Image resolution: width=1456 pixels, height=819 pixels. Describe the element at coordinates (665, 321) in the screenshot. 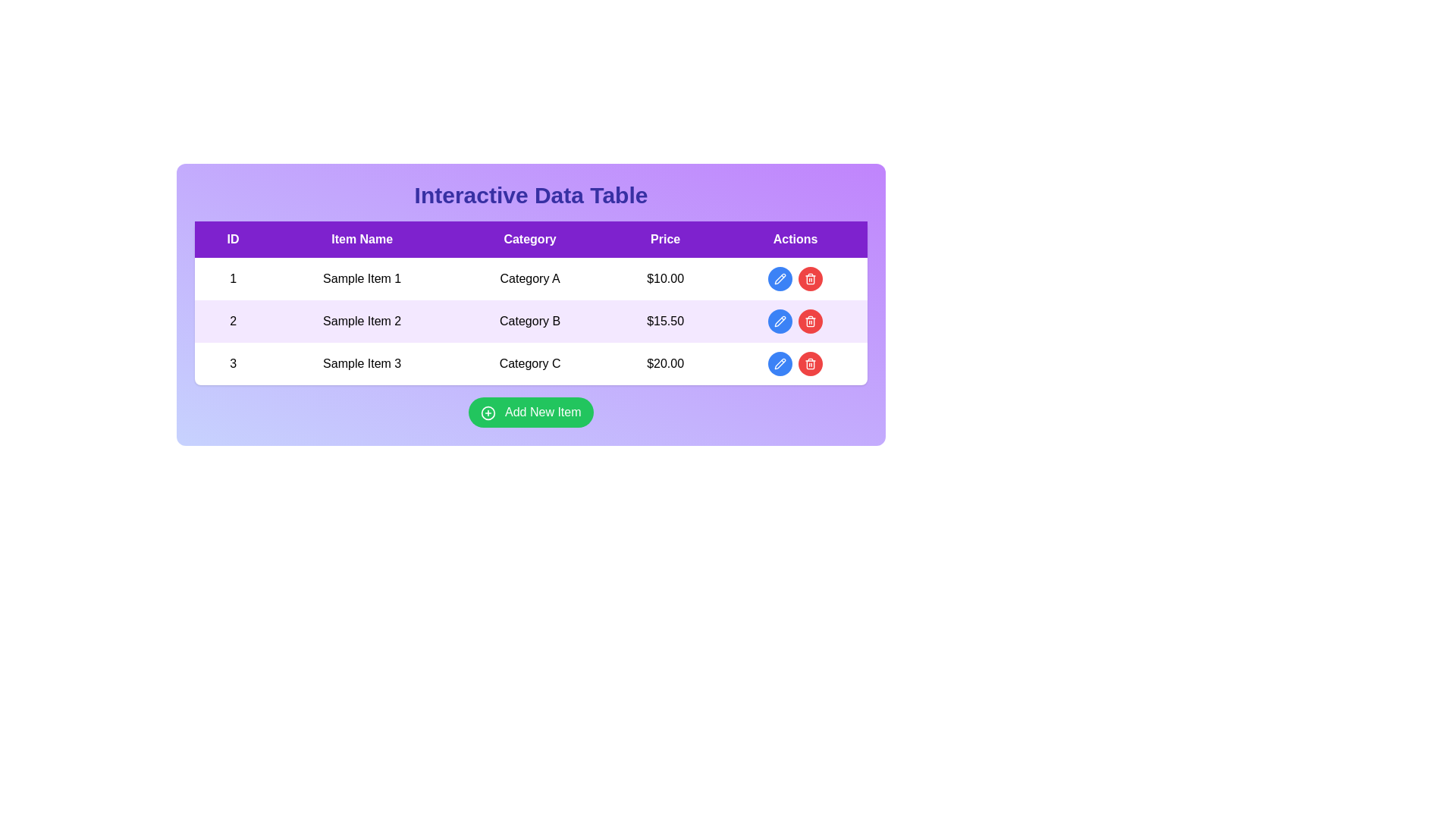

I see `the table cell displaying the price '$15.50' in the 'Price' column of the interactive data table` at that location.